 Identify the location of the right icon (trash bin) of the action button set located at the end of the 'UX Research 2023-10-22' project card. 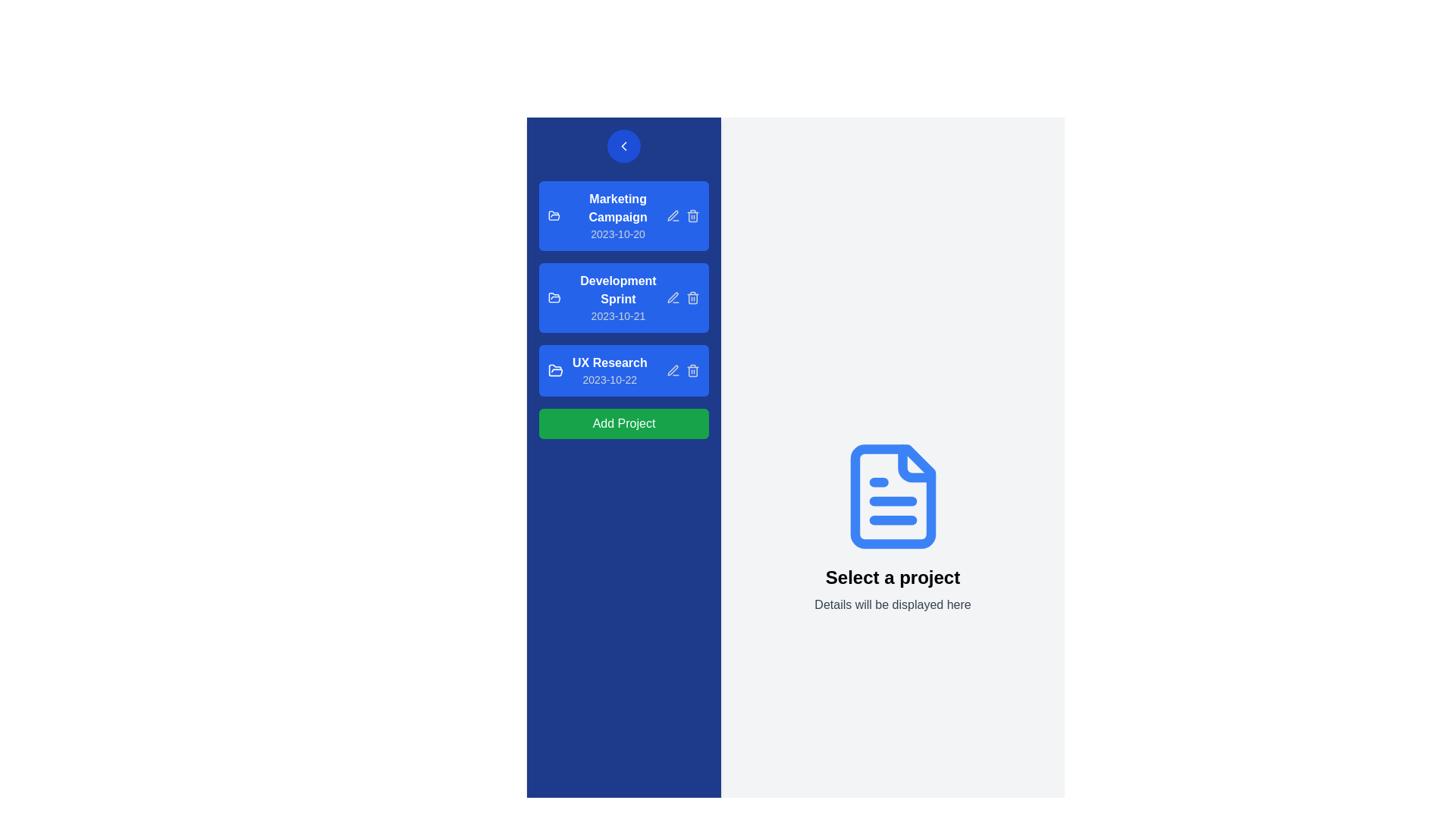
(682, 371).